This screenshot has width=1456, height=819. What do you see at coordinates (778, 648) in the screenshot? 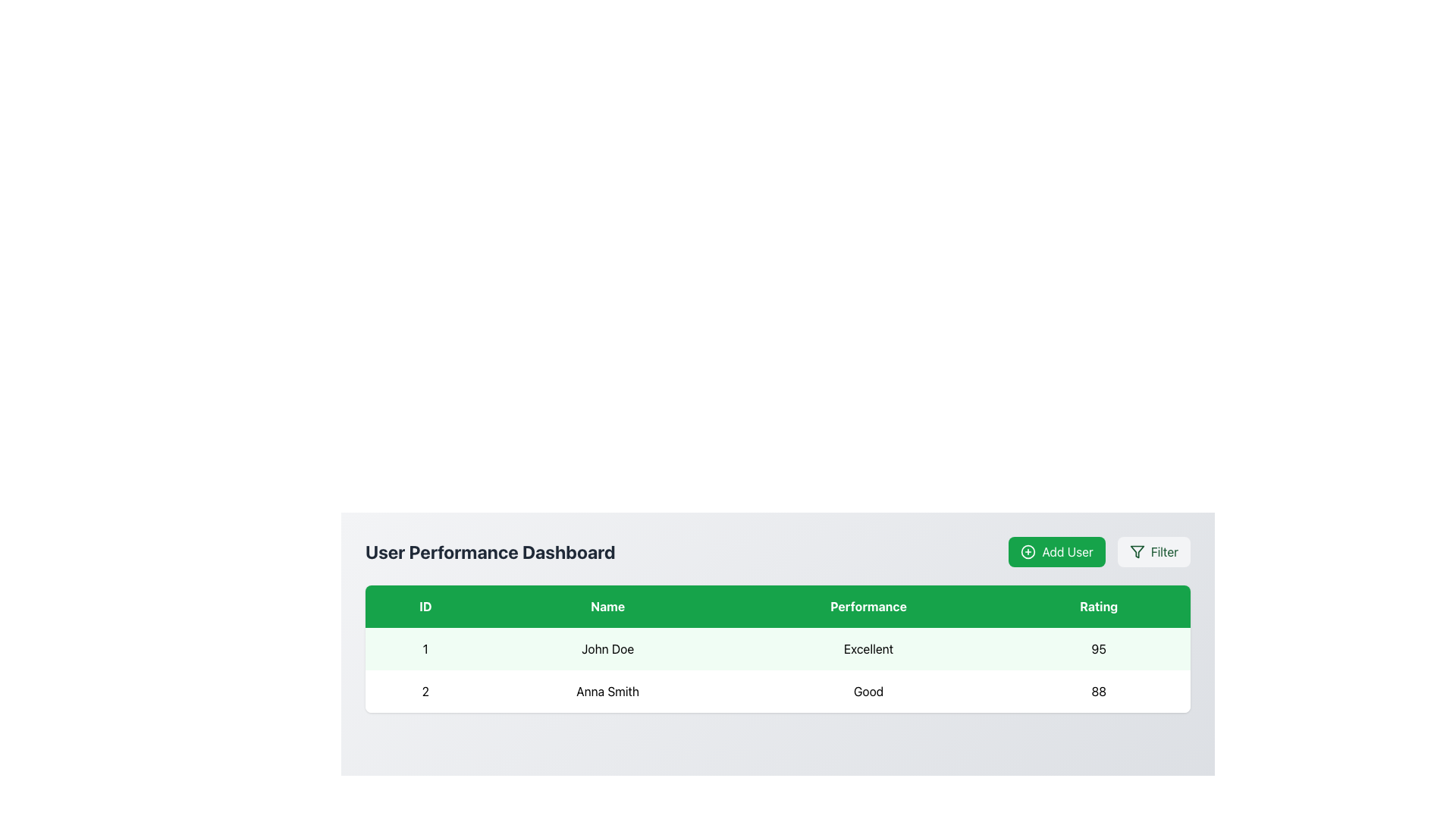
I see `the first data row displaying performance metrics for 'John Doe'` at bounding box center [778, 648].